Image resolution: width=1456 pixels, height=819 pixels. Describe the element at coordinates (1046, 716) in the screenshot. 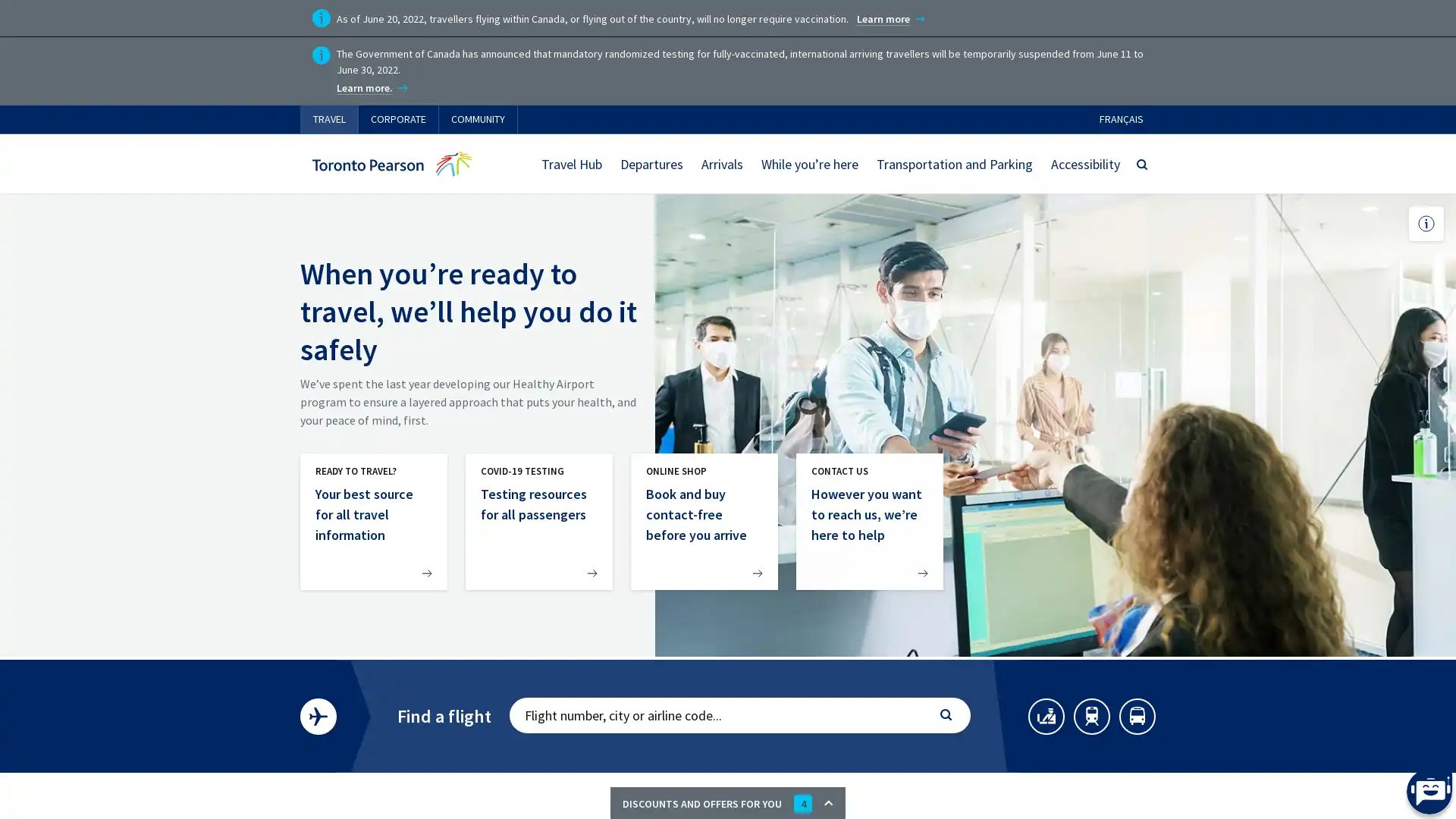

I see `SECURITY` at that location.